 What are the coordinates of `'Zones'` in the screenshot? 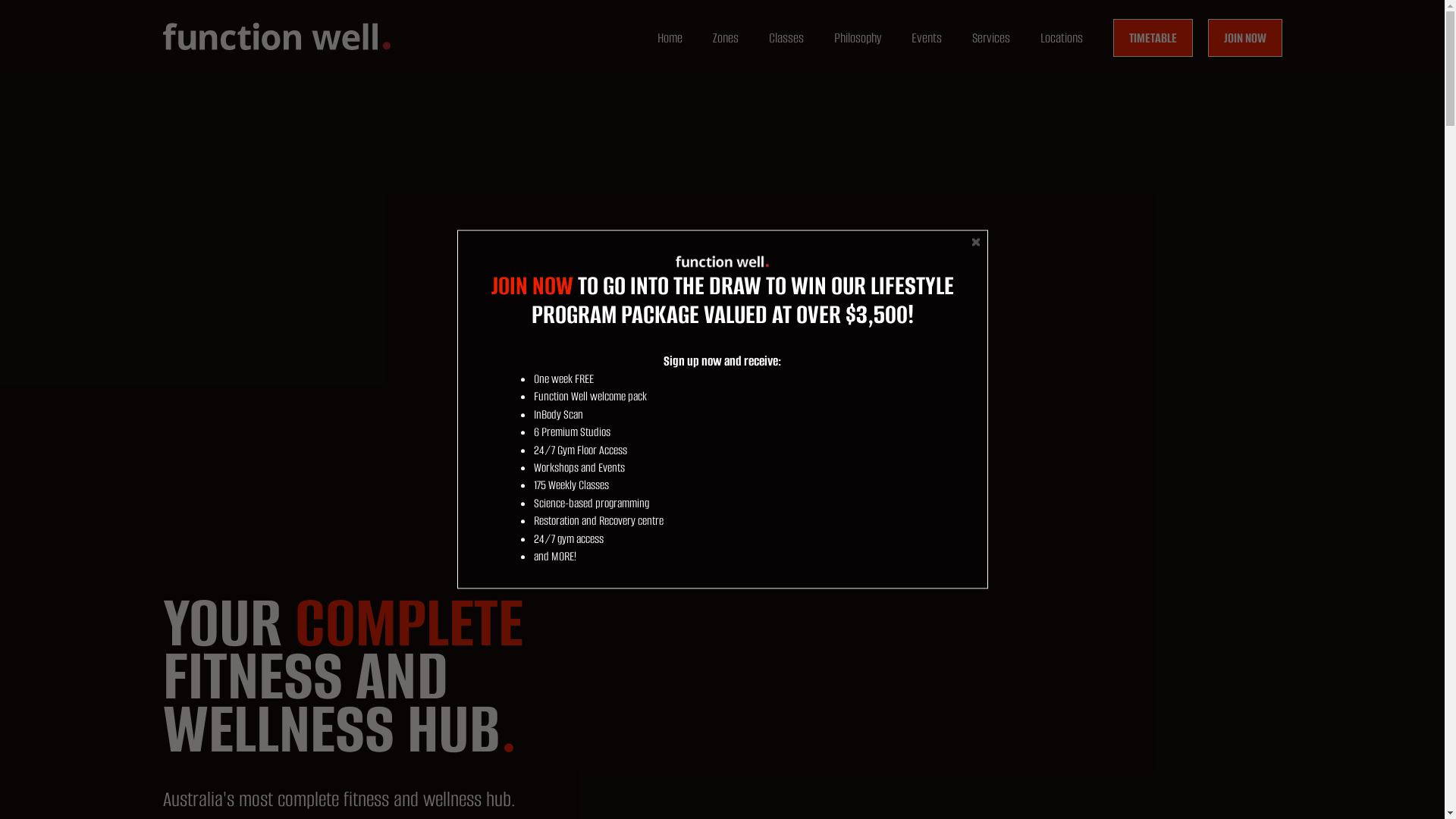 It's located at (724, 37).